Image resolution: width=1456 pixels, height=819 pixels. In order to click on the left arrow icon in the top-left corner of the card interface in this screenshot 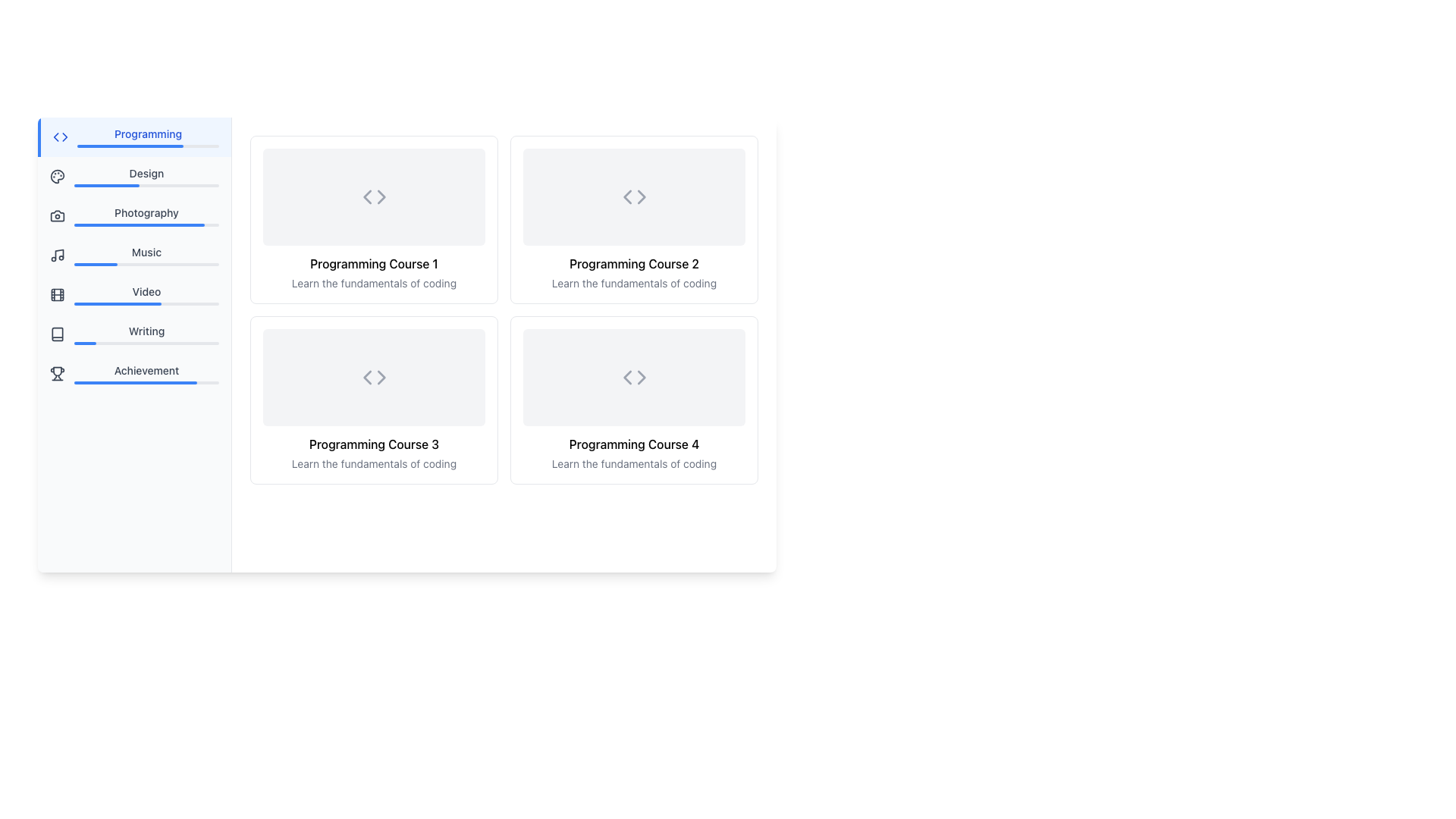, I will do `click(367, 196)`.